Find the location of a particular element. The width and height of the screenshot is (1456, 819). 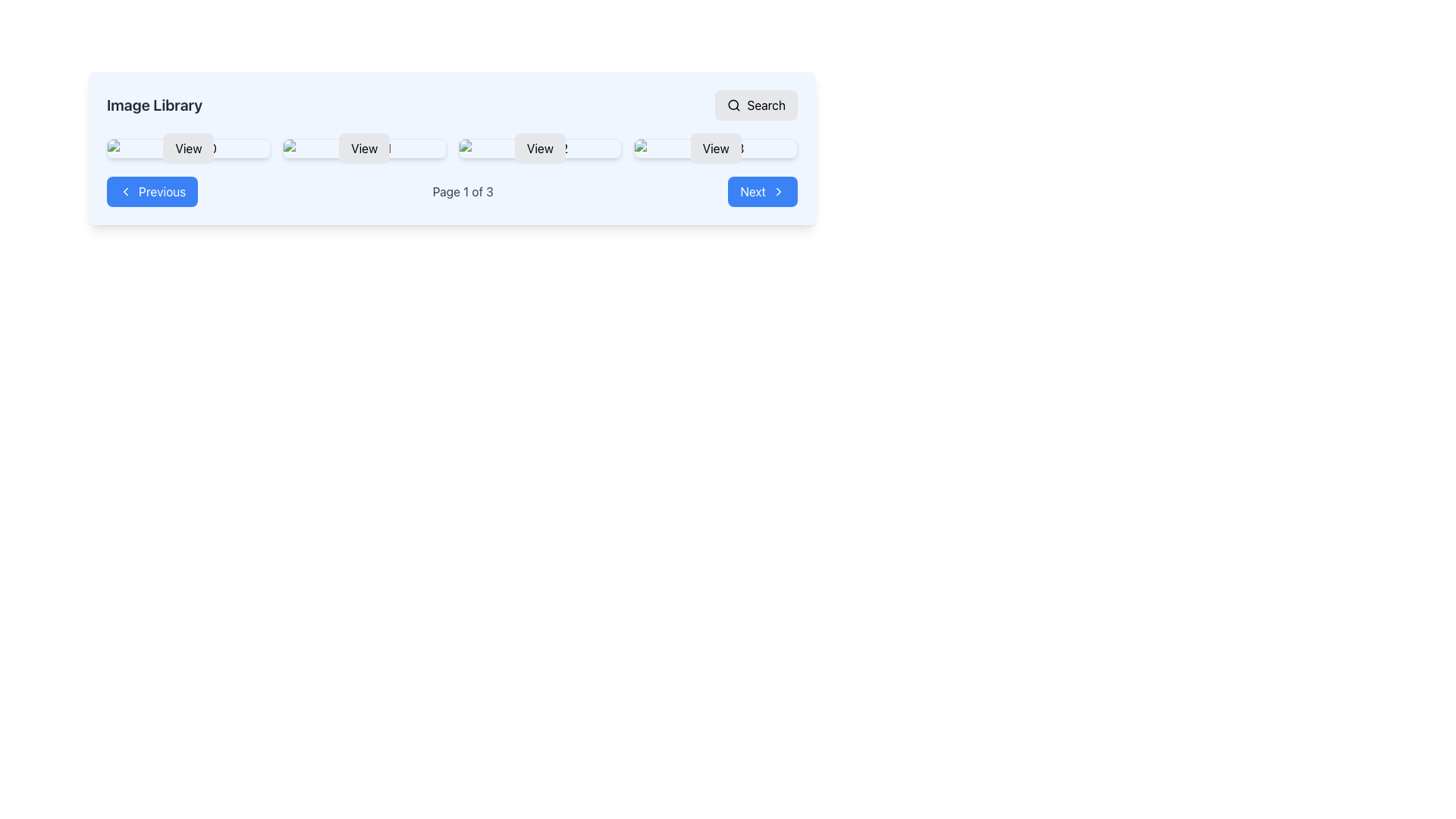

the right-pointing arrow icon, which is styled as a lightweight vector graphic with a white stroke against a blue background, located at the far-right end of the 'Next' button in the bottom-right corner of the main interface is located at coordinates (779, 191).